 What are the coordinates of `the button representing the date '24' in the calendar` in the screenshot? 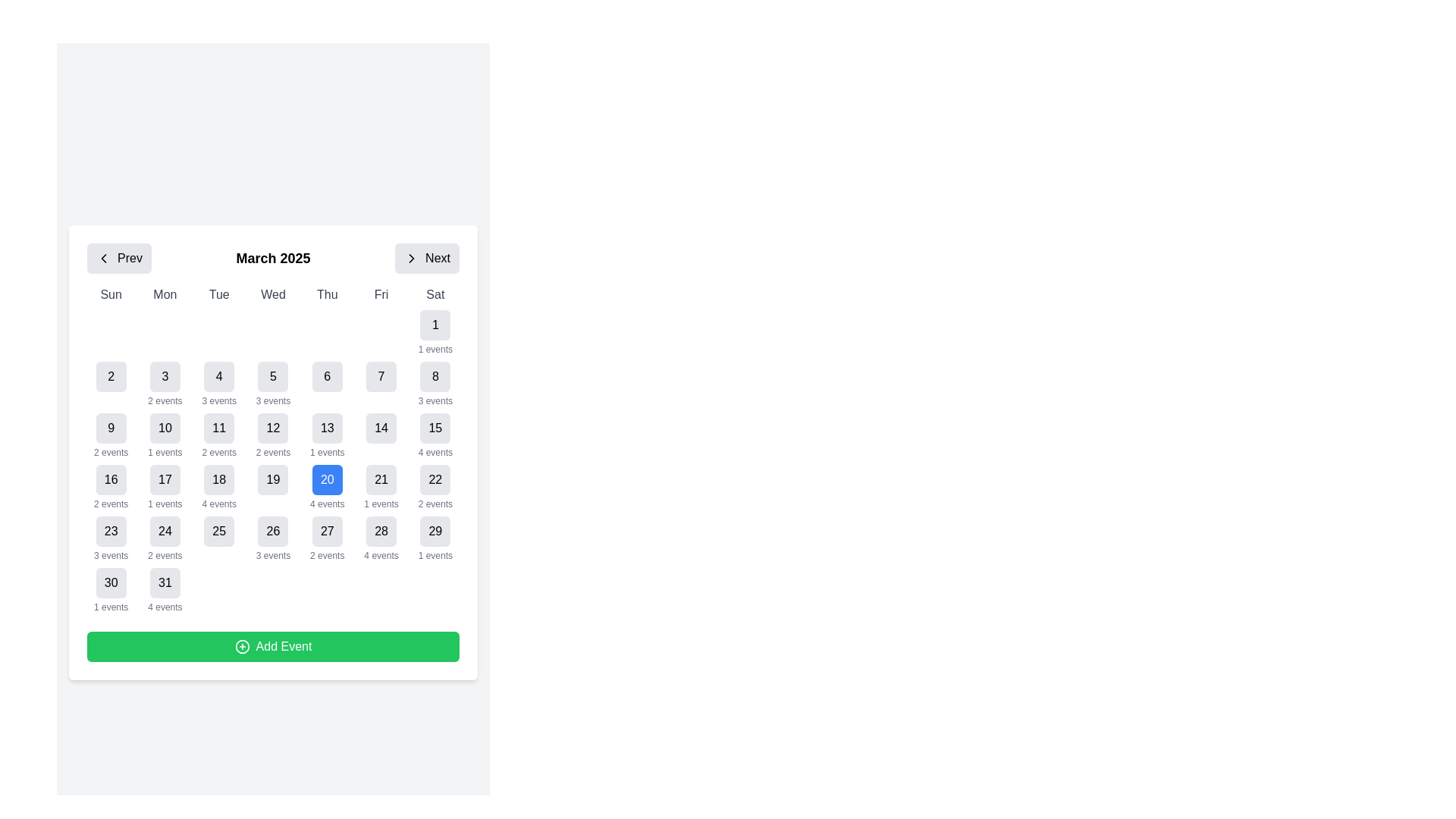 It's located at (165, 531).